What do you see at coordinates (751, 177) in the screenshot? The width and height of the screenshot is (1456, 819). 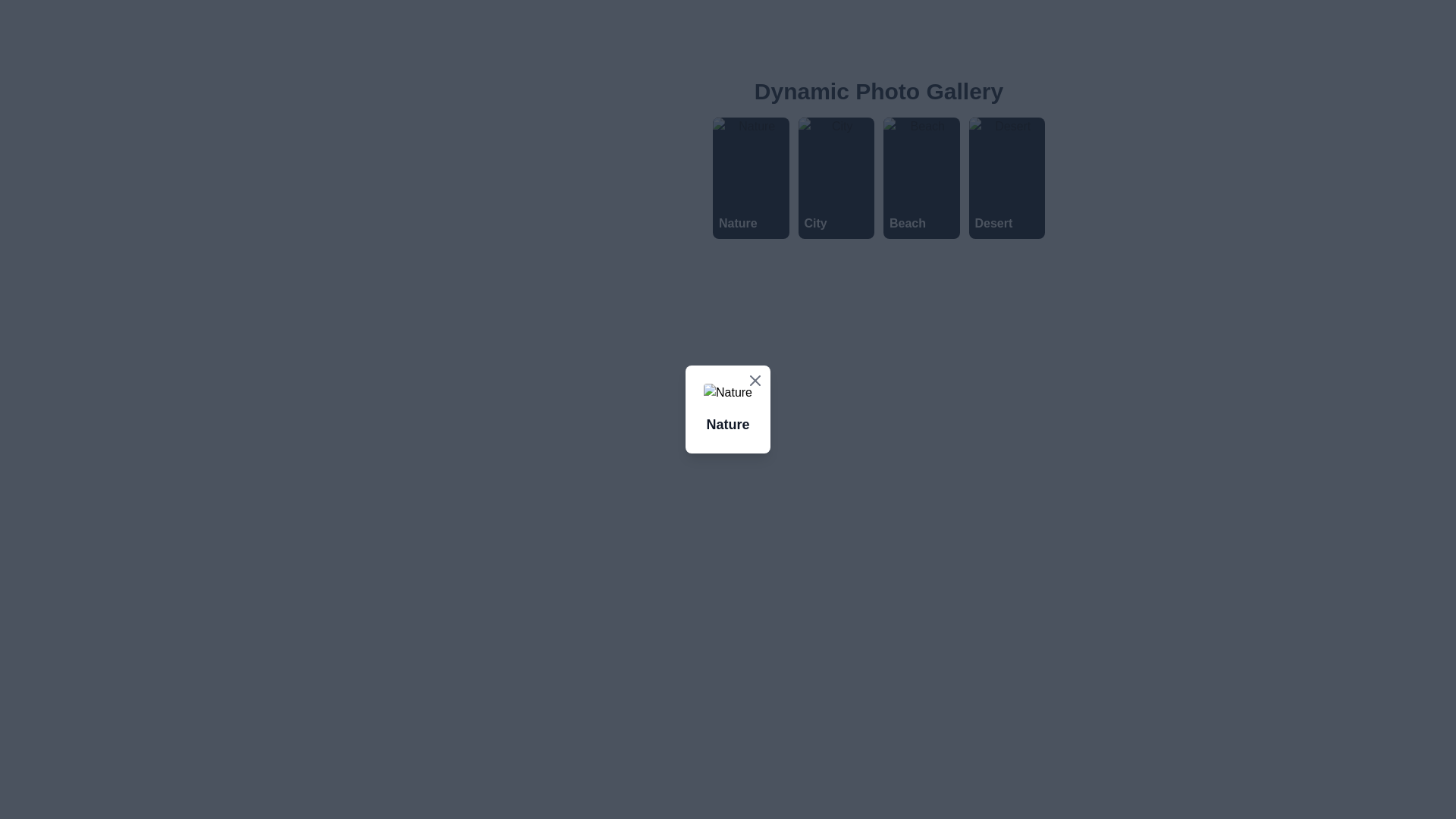 I see `the 'Nature' category card located in the top-left corner of a 2x4 grid layout` at bounding box center [751, 177].